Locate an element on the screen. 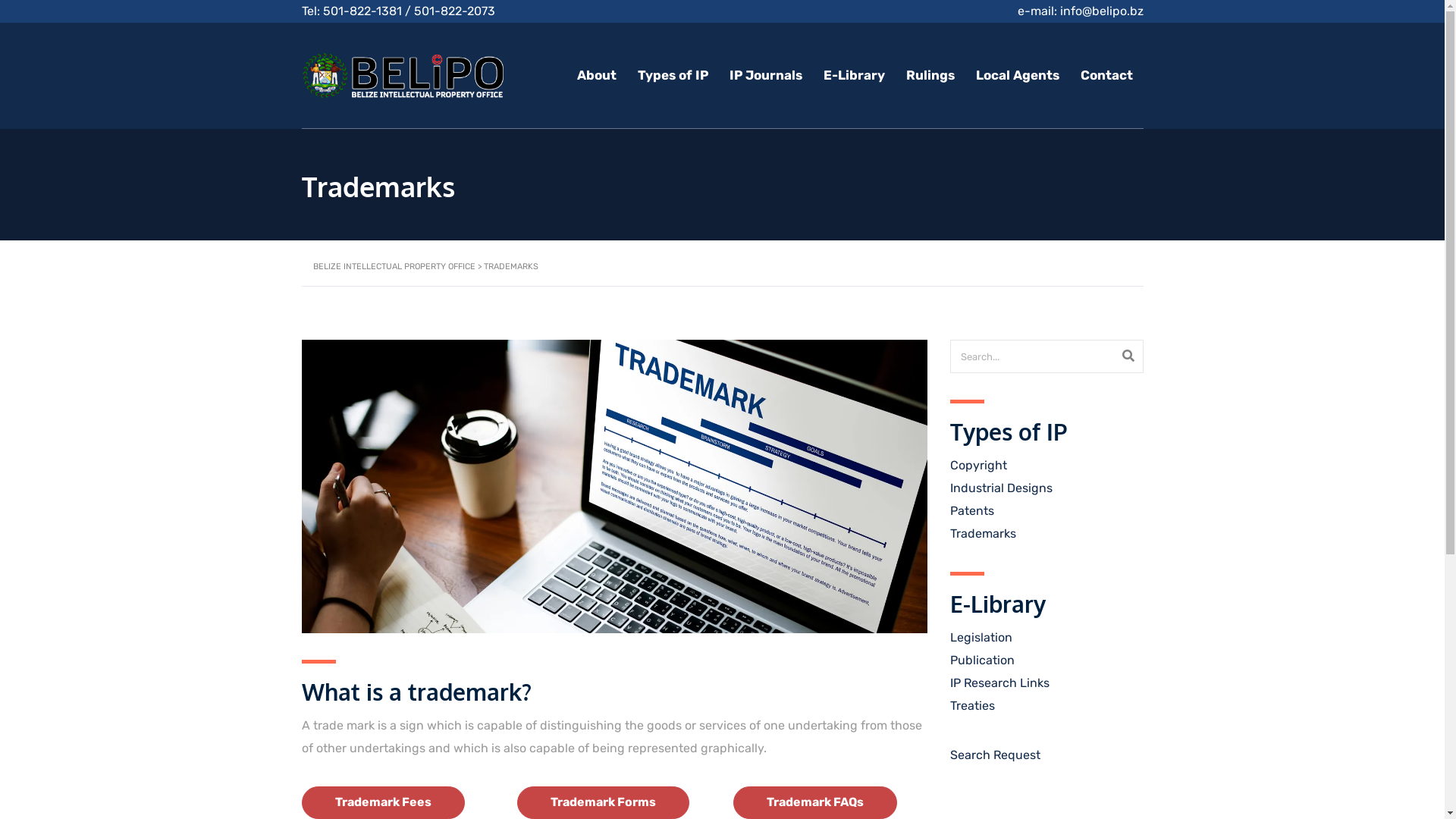 Image resolution: width=1456 pixels, height=819 pixels. 'Patents' is located at coordinates (971, 510).